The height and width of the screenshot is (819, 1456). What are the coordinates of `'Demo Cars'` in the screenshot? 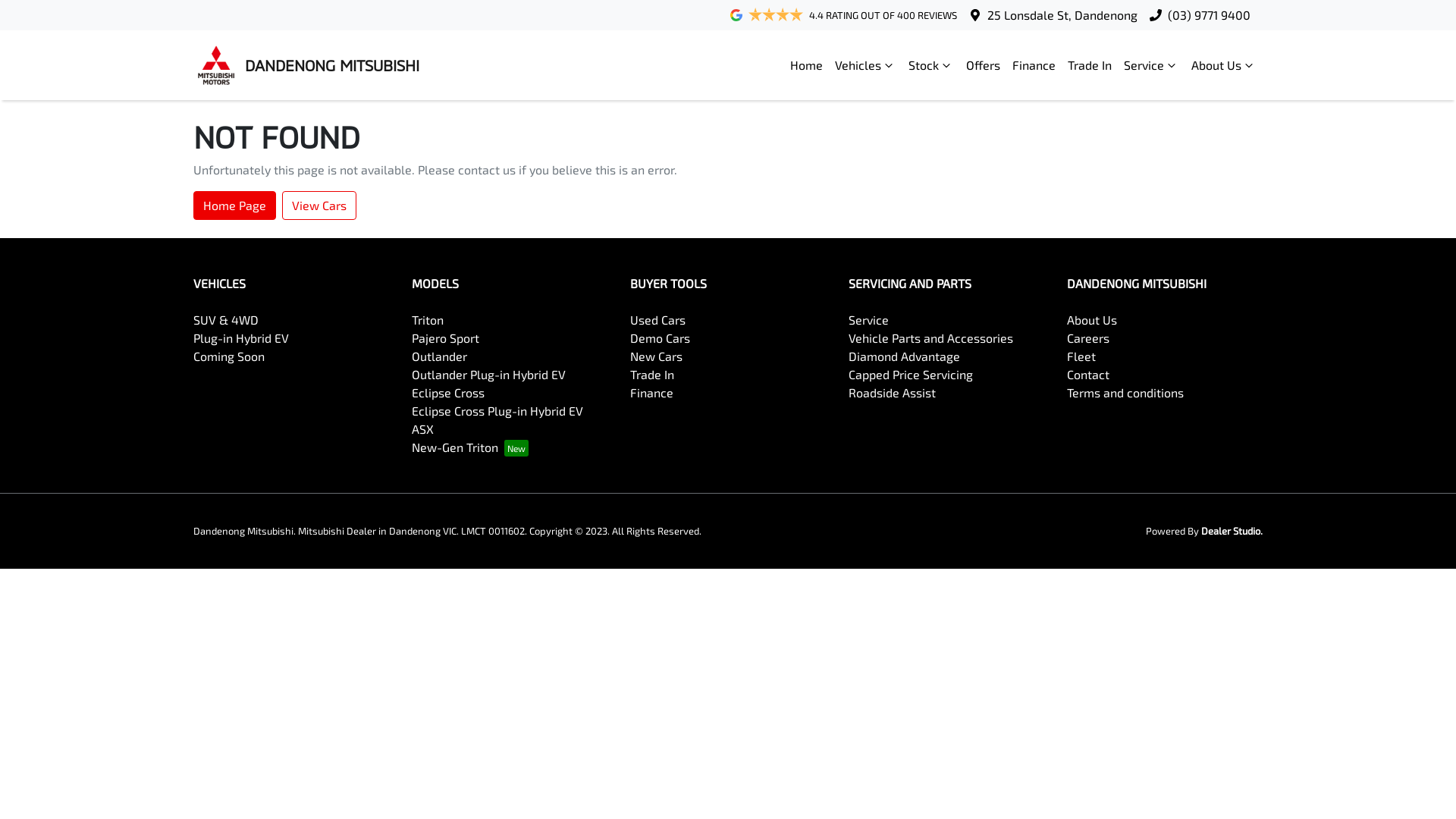 It's located at (629, 337).